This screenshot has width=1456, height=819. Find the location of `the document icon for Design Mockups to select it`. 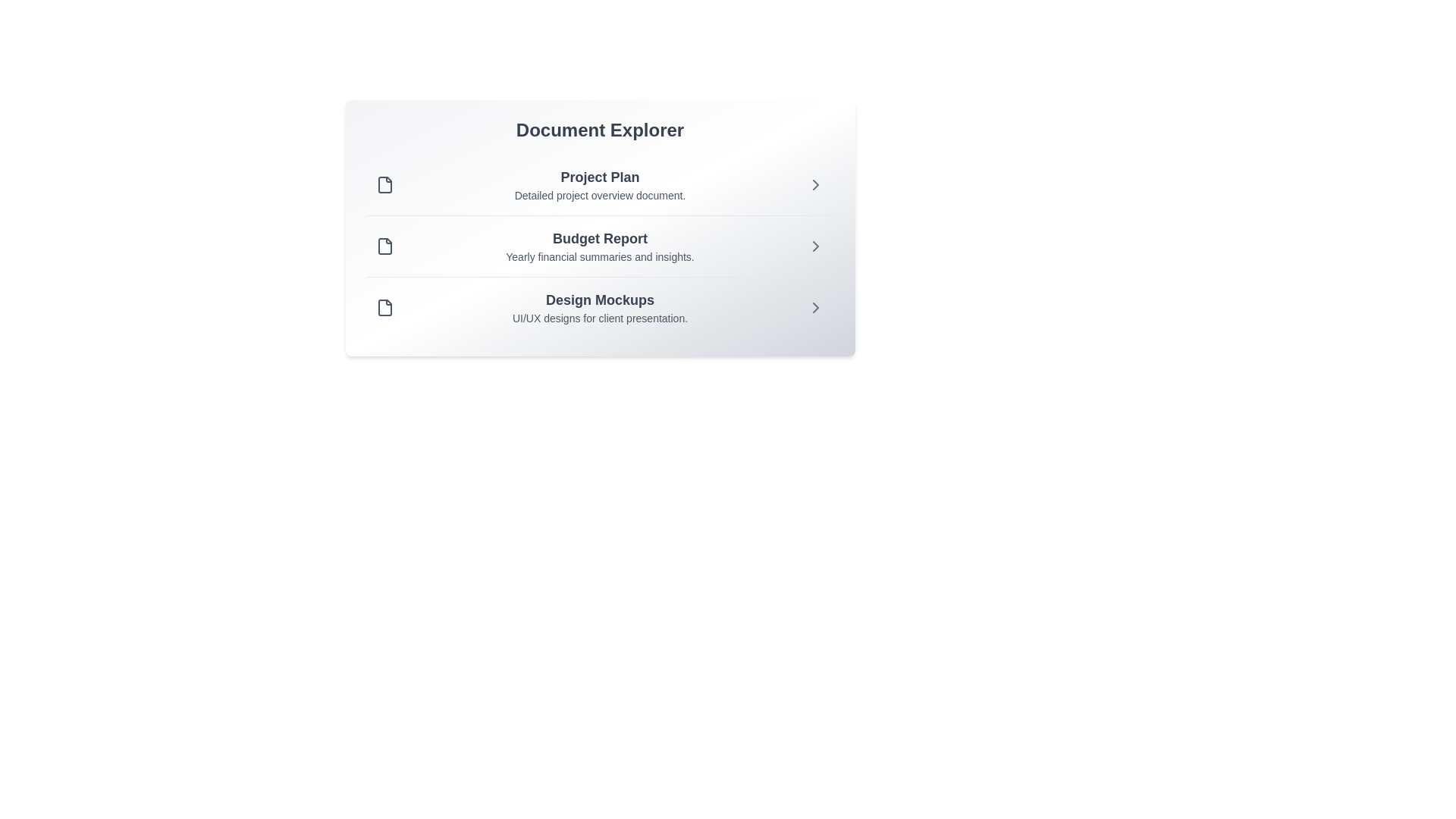

the document icon for Design Mockups to select it is located at coordinates (384, 307).